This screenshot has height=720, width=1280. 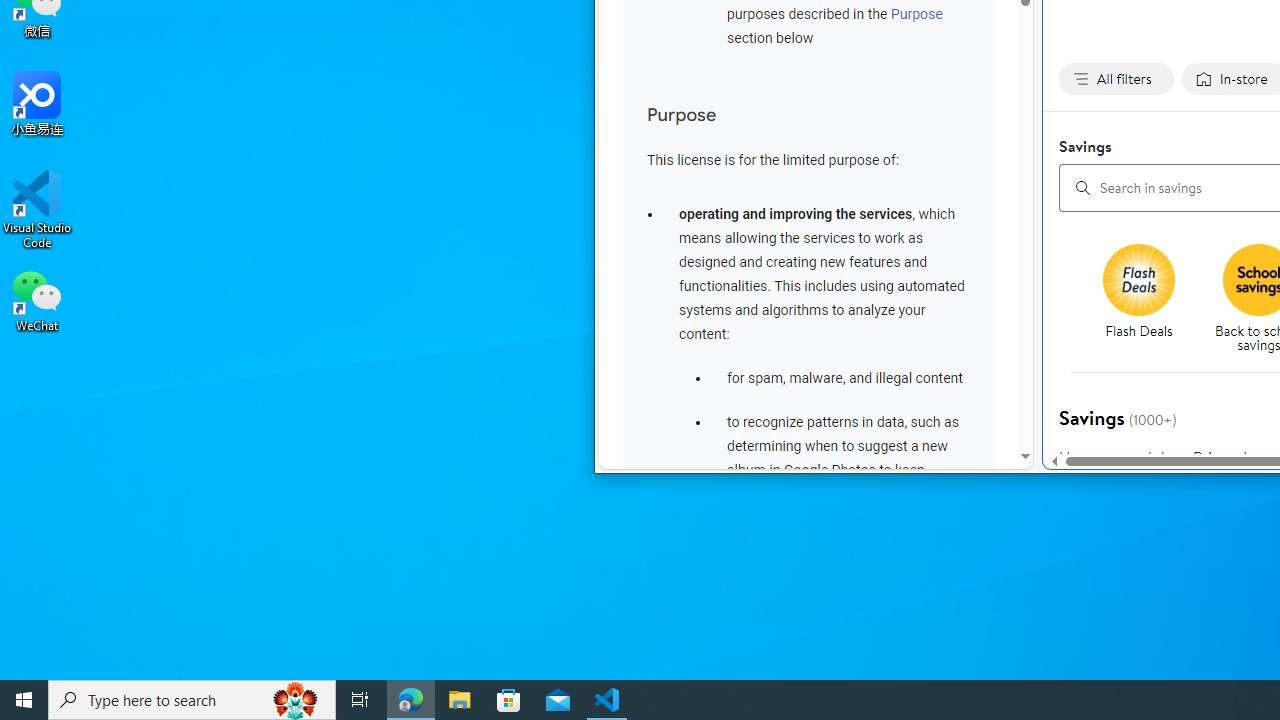 What do you see at coordinates (509, 698) in the screenshot?
I see `'Microsoft Store'` at bounding box center [509, 698].